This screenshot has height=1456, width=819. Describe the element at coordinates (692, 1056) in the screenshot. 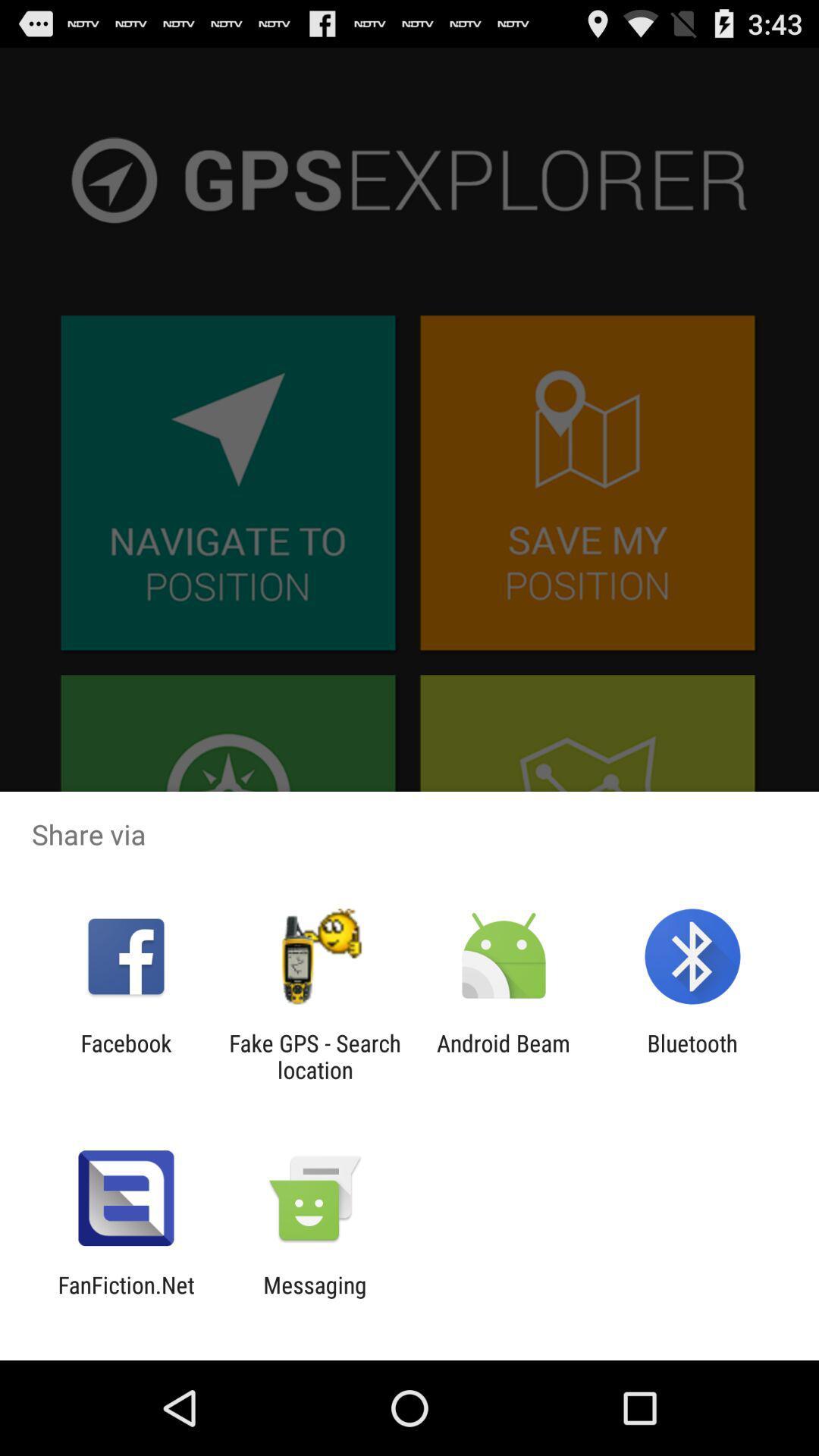

I see `icon next to android beam` at that location.